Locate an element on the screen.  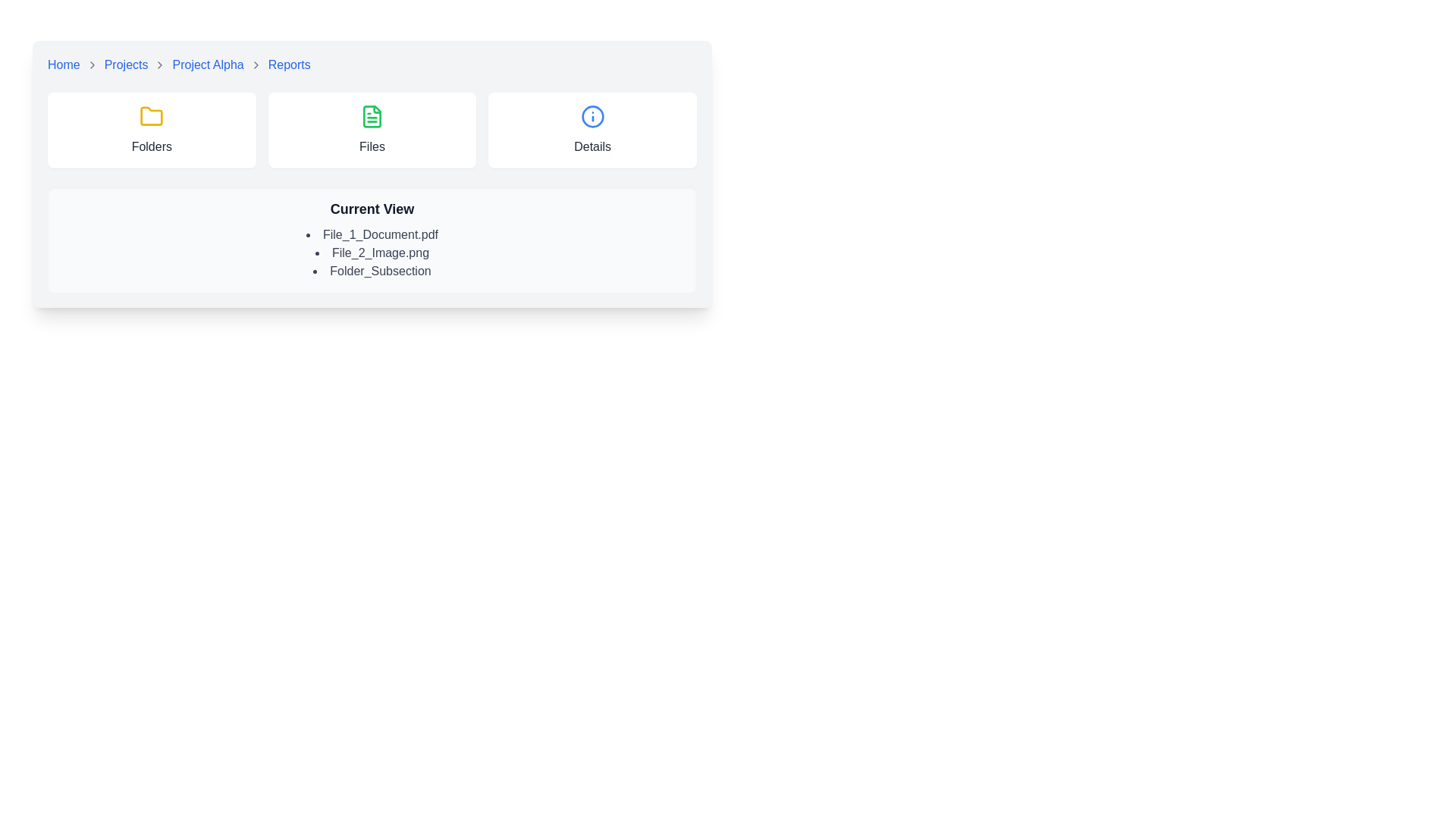
the right-pointing chevron icon, which serves as a navigation separator between the 'Projects' link and the 'Project Alpha' link in the breadcrumb navigation layout is located at coordinates (160, 64).